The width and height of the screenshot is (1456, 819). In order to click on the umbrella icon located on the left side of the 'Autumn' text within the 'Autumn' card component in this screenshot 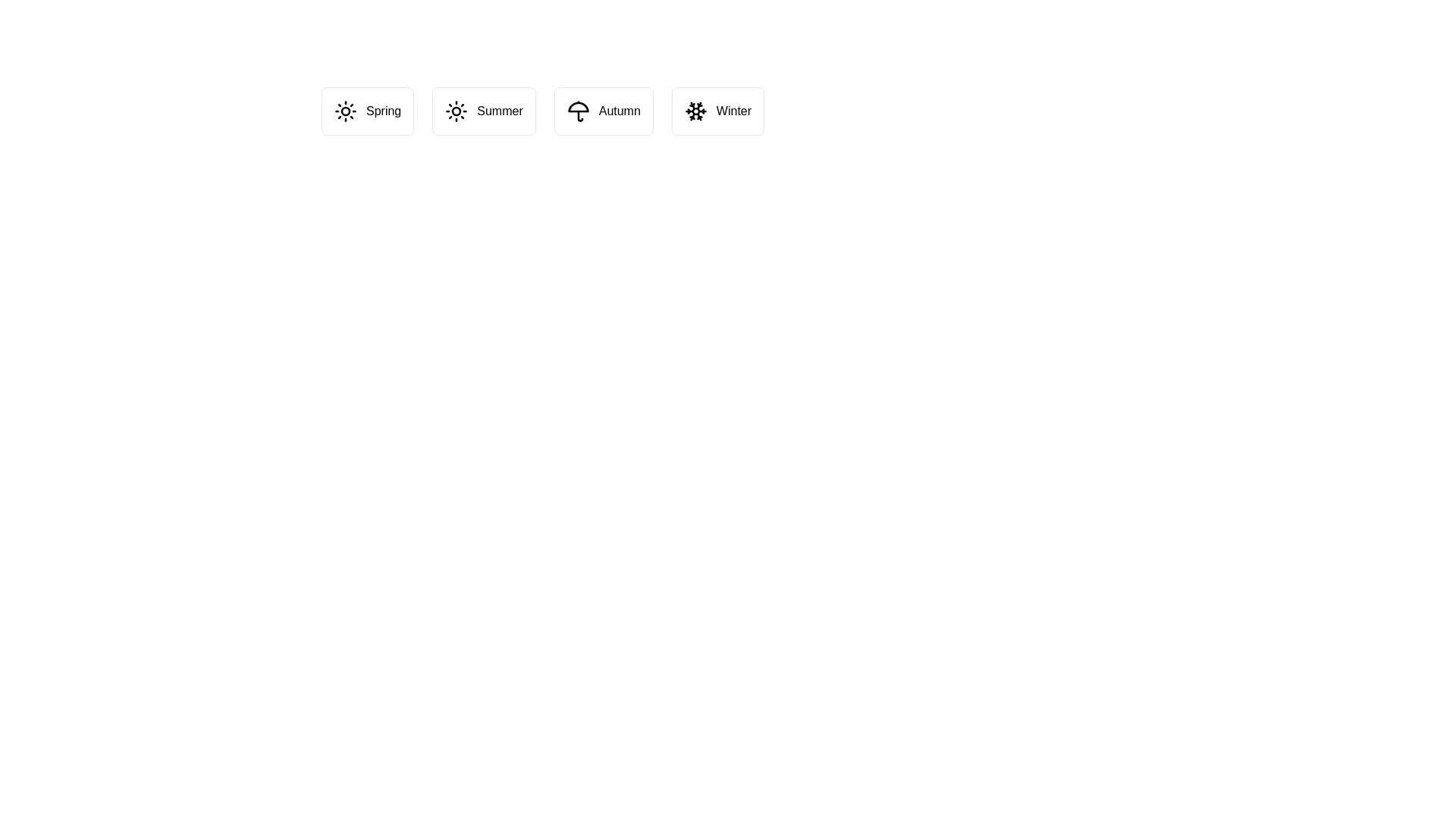, I will do `click(577, 110)`.